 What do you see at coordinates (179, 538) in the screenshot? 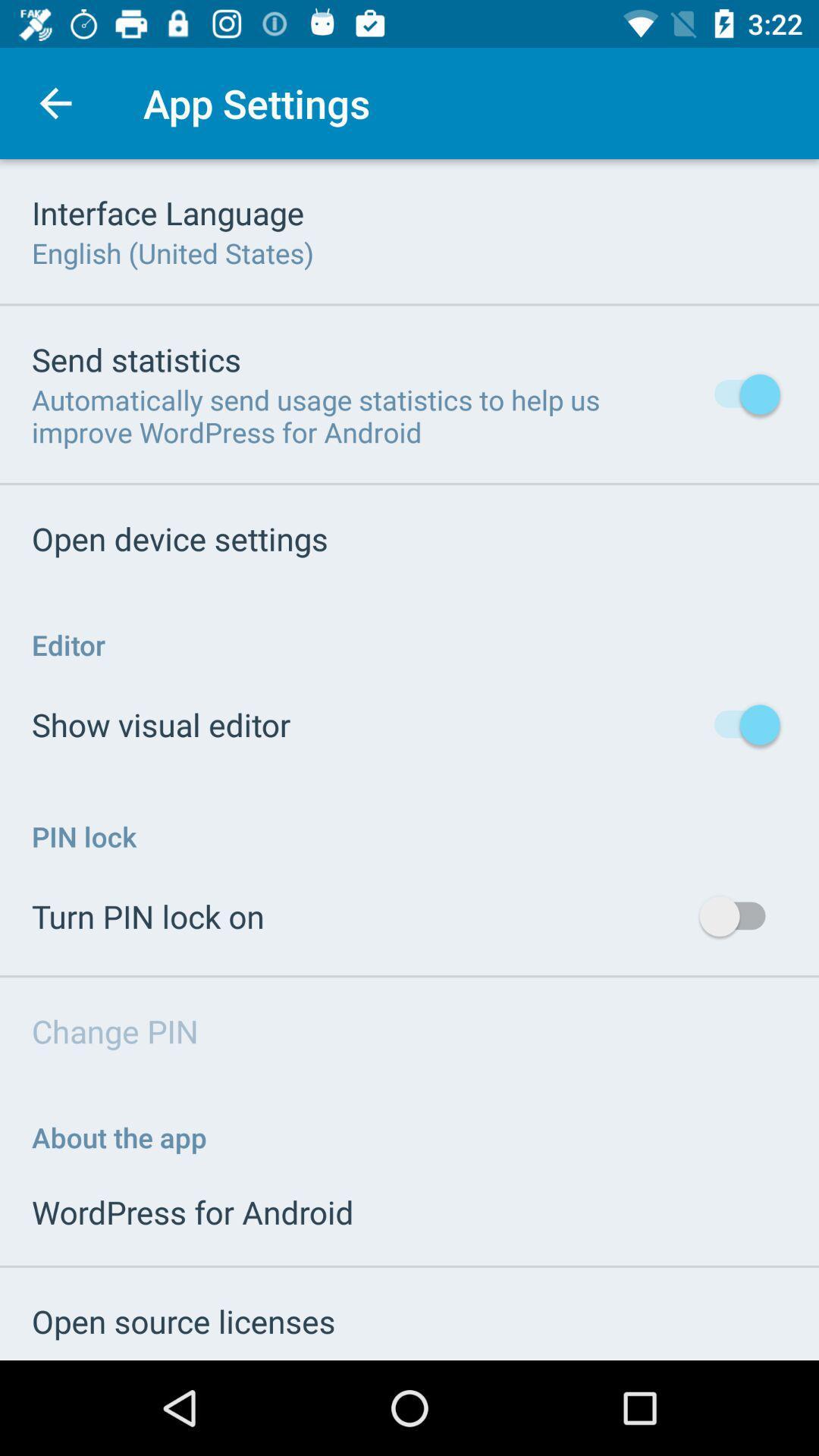
I see `item above the editor icon` at bounding box center [179, 538].